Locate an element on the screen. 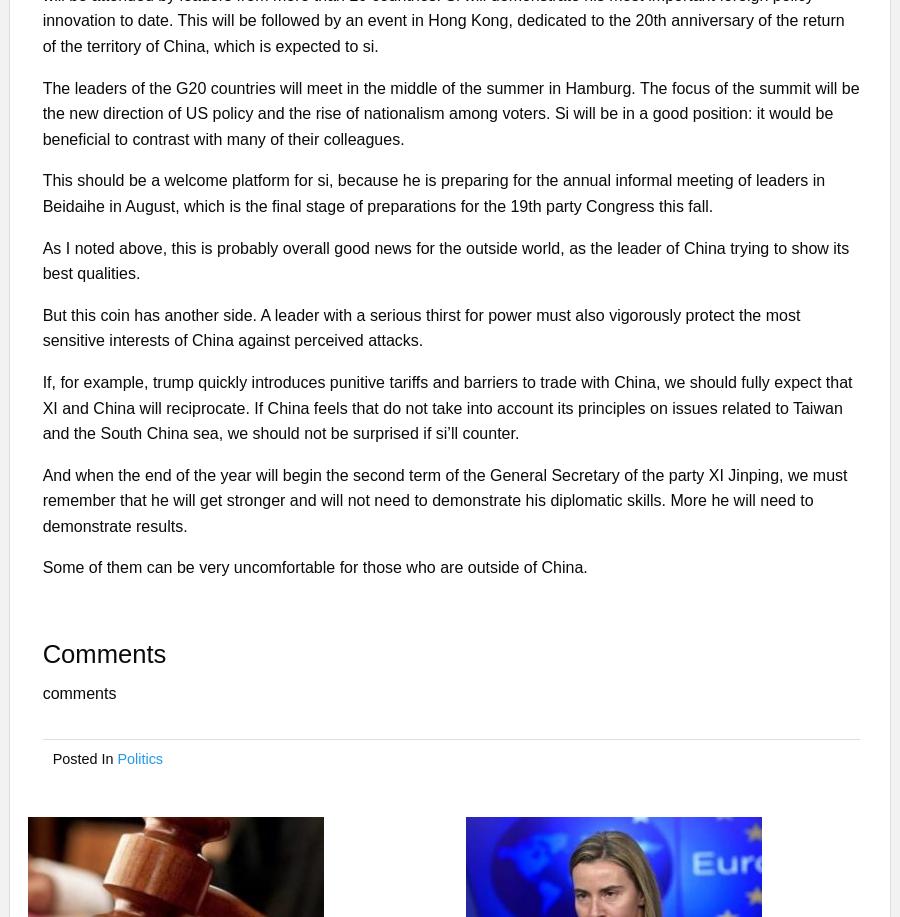 The width and height of the screenshot is (900, 917). 'The leaders of the G20 countries will meet in the middle of the summer in Hamburg. The focus of the summit will be the new direction of US policy and the rise of nationalism among voters. Si will be in a good position: it would be beneficial to contrast with many of their colleagues.' is located at coordinates (450, 111).